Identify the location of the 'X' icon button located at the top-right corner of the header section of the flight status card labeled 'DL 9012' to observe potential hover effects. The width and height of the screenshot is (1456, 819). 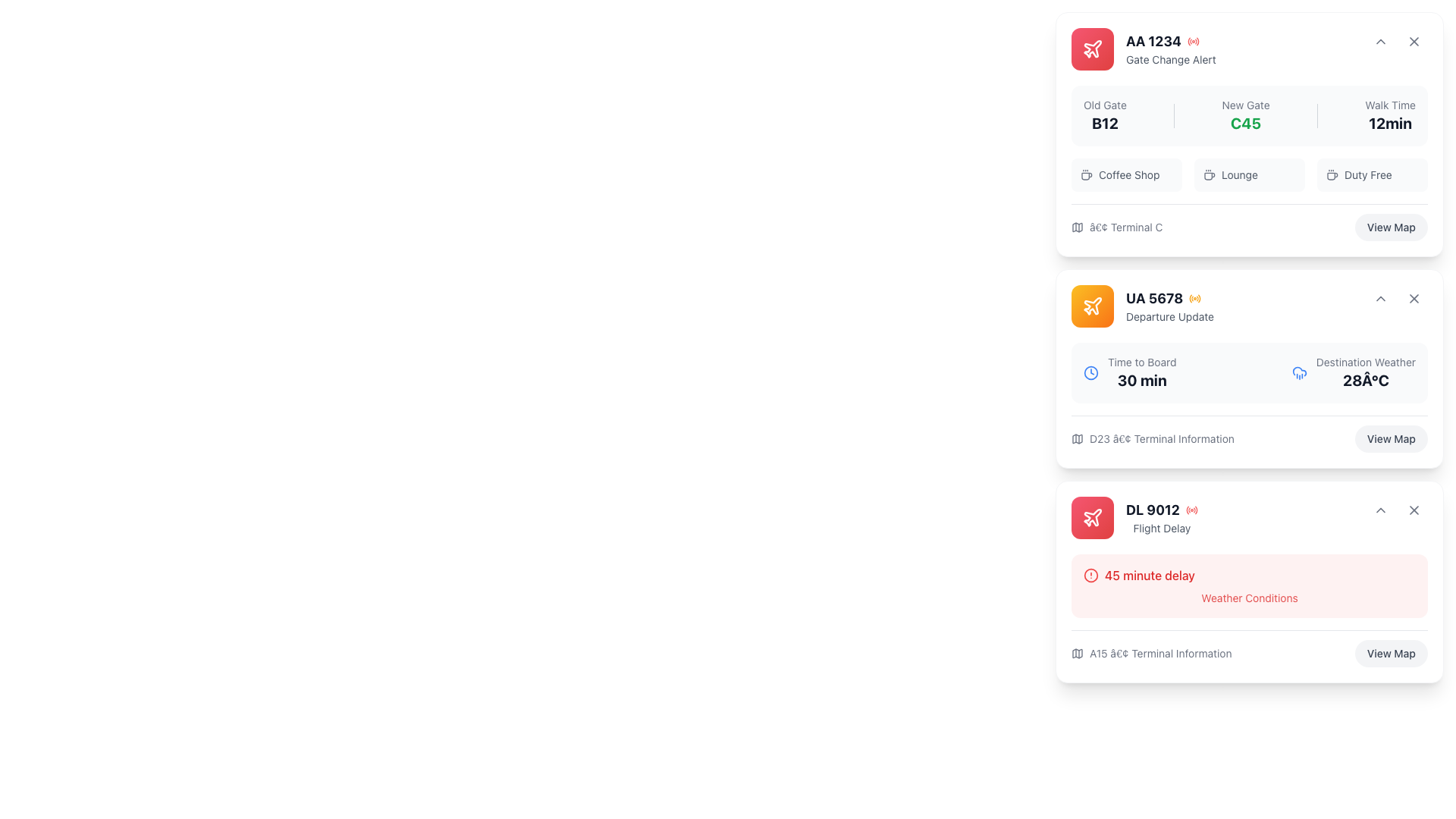
(1414, 510).